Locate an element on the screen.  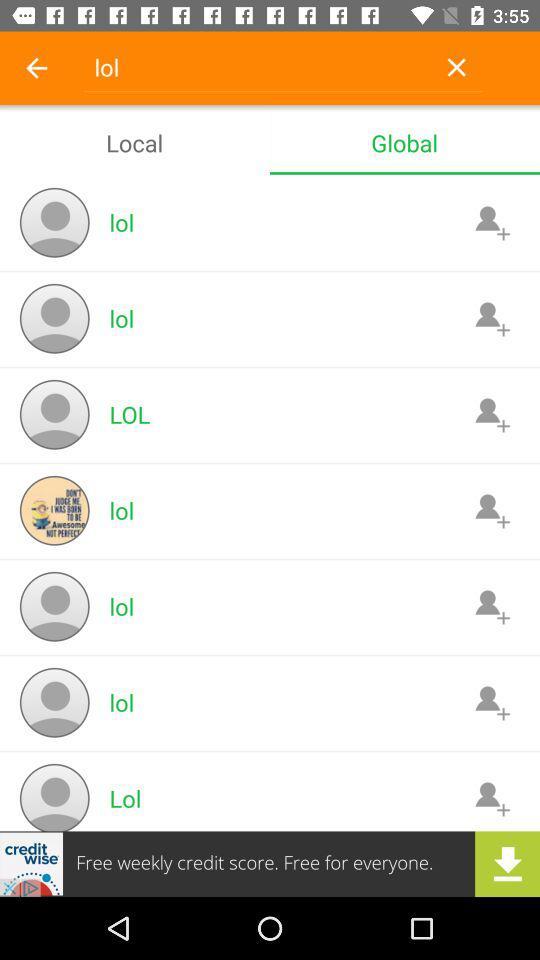
entry information is located at coordinates (491, 798).